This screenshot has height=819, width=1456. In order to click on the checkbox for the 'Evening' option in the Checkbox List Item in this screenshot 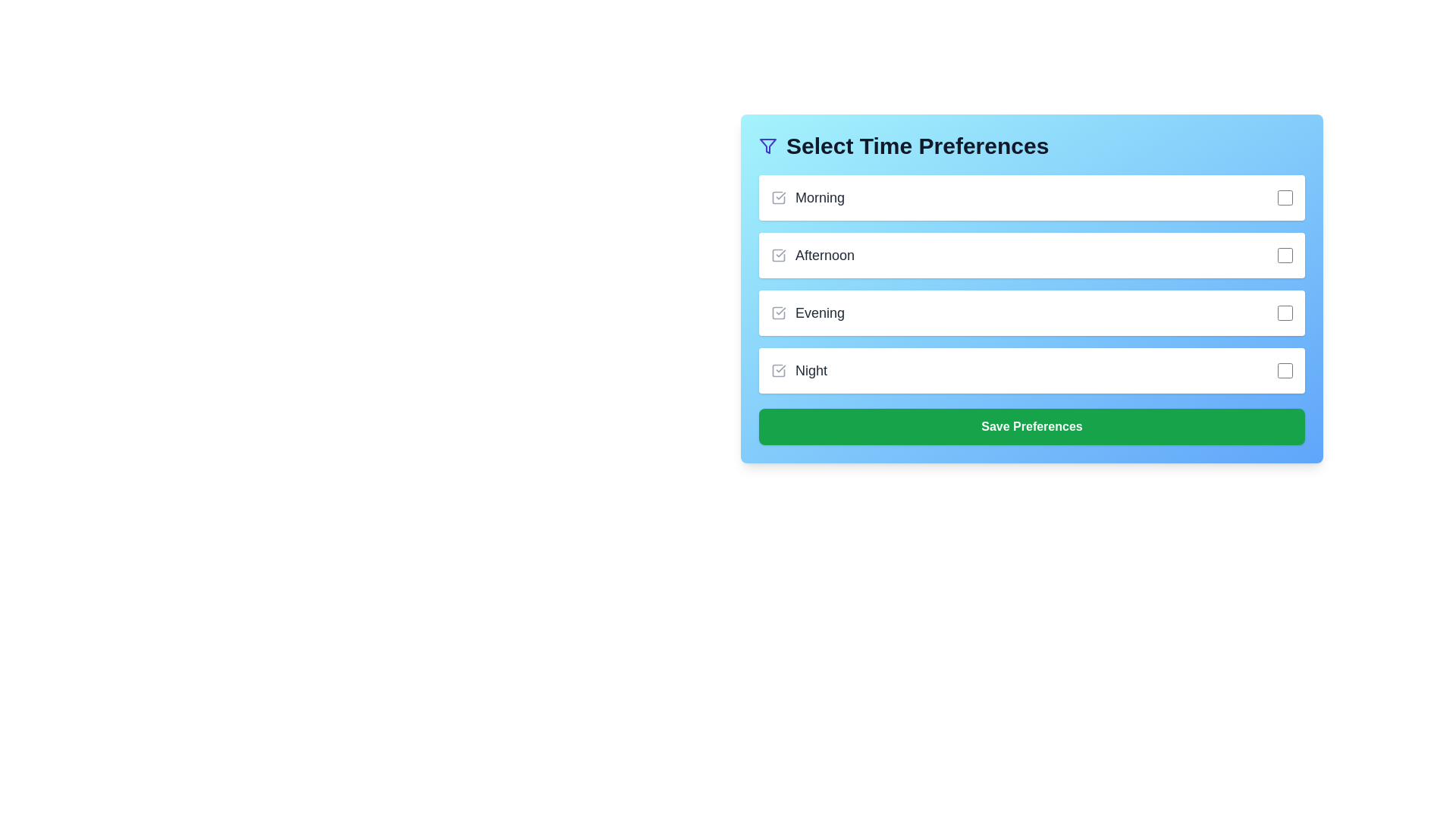, I will do `click(1031, 312)`.